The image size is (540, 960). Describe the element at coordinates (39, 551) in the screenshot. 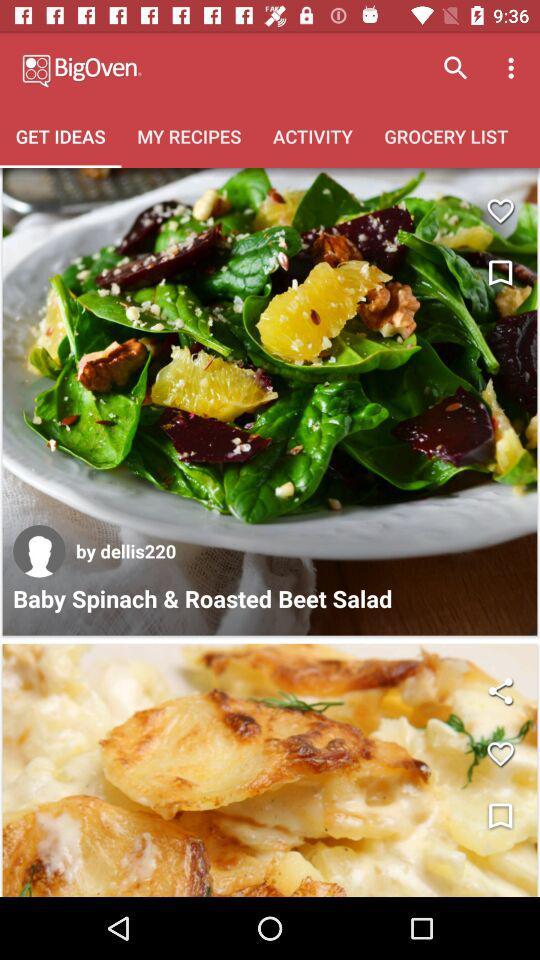

I see `profile icon` at that location.